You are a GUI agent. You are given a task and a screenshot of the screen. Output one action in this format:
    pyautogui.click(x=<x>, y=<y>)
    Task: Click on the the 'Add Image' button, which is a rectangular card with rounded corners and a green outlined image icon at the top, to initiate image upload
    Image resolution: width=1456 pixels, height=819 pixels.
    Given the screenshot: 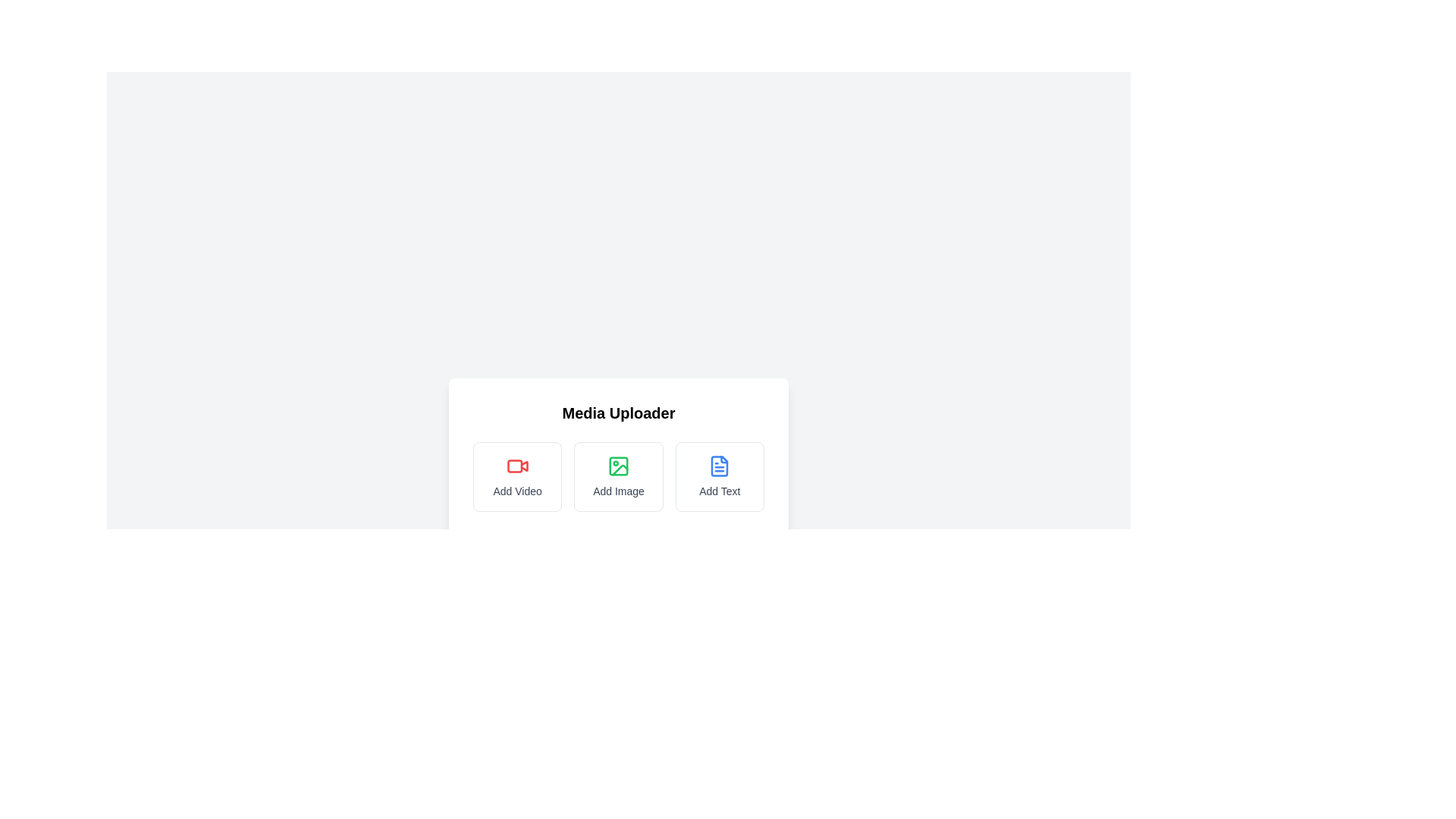 What is the action you would take?
    pyautogui.click(x=619, y=475)
    